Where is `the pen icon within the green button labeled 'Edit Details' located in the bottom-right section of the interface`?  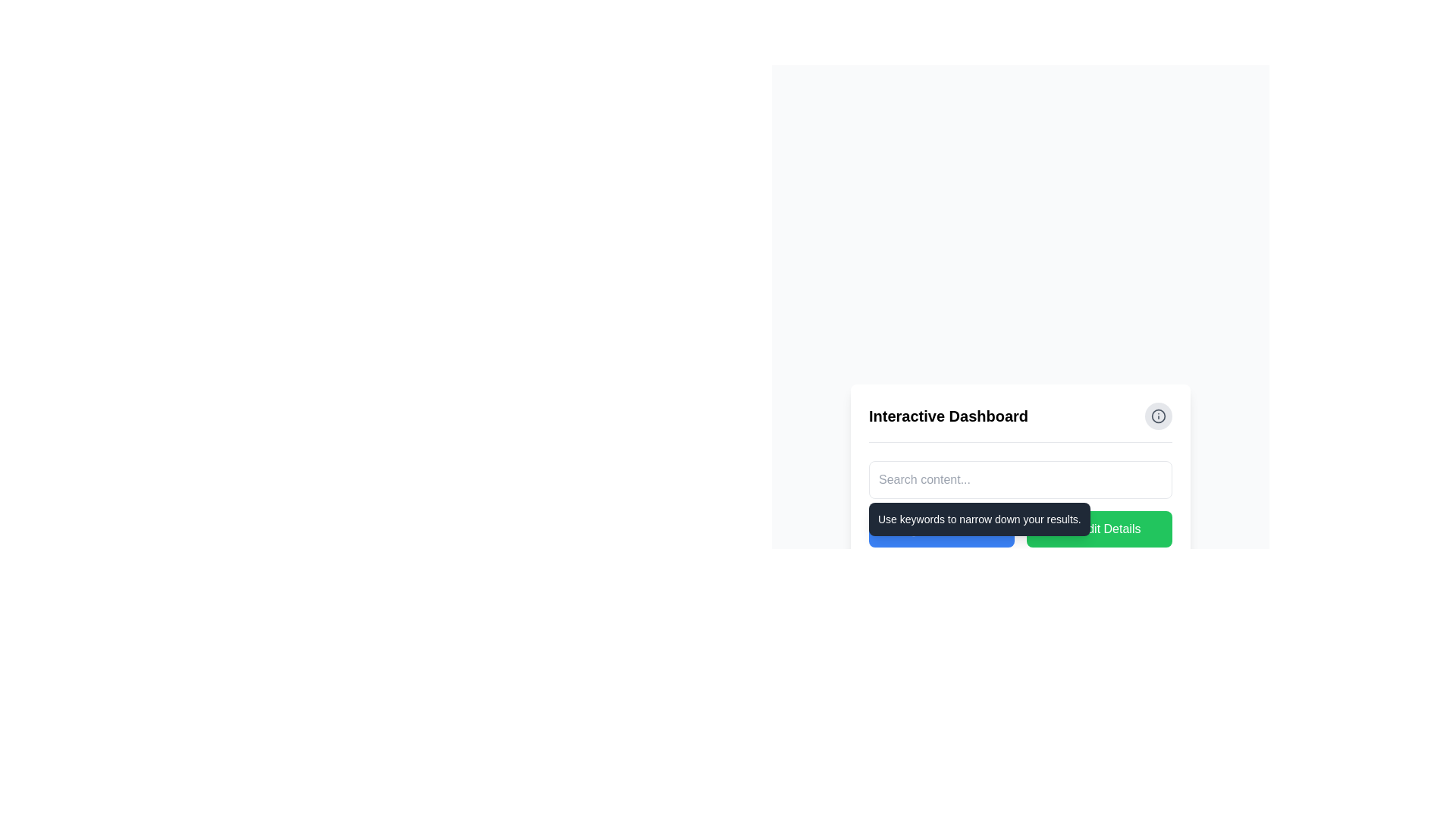 the pen icon within the green button labeled 'Edit Details' located in the bottom-right section of the interface is located at coordinates (1065, 528).